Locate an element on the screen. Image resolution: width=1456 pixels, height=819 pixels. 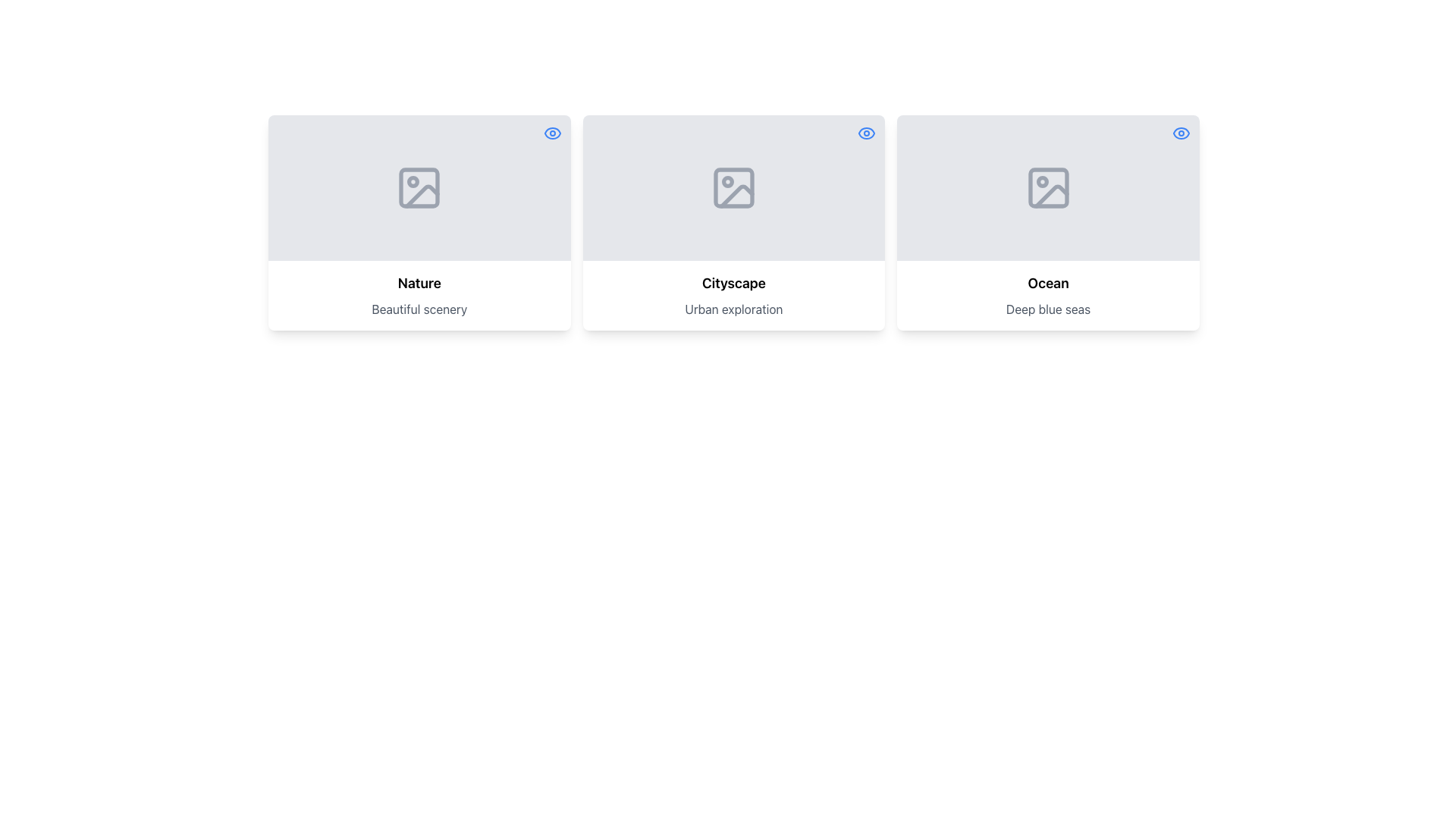
the button located in the top-right corner of the 'Cityscape' card is located at coordinates (867, 133).